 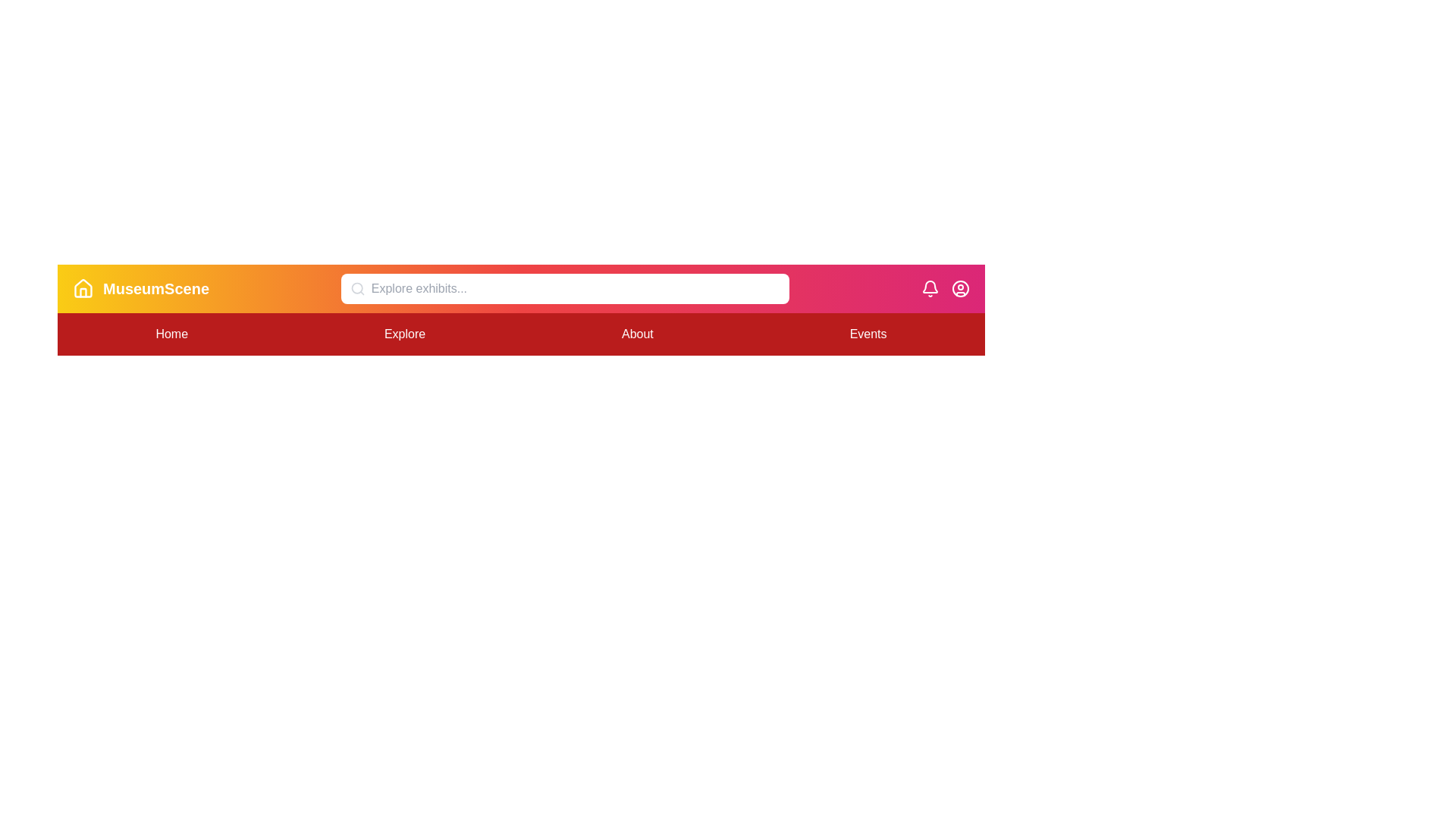 I want to click on the 'Explore' tab in the menu, so click(x=404, y=333).